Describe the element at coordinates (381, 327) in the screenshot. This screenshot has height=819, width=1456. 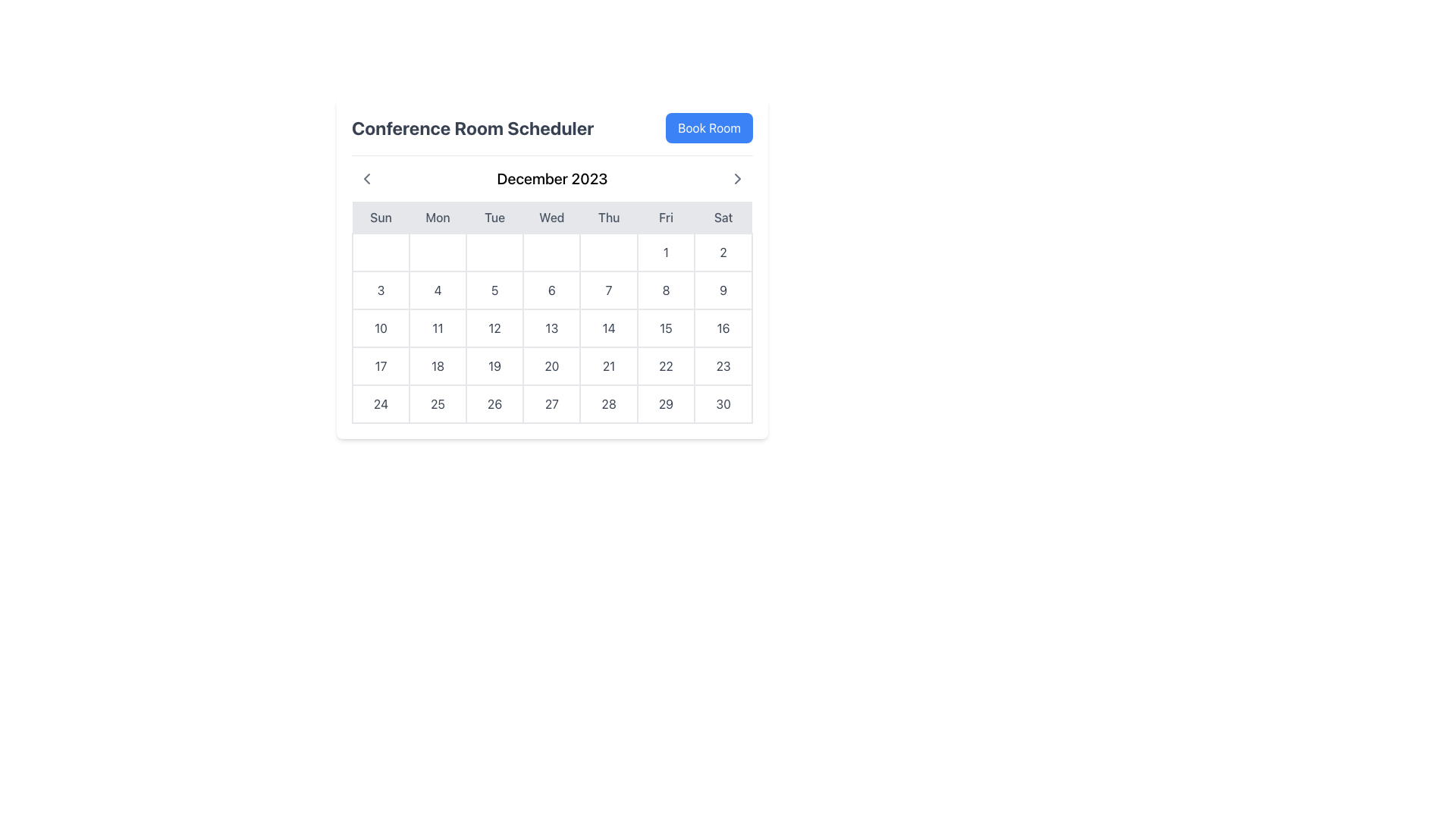
I see `the clickable date cell` at that location.